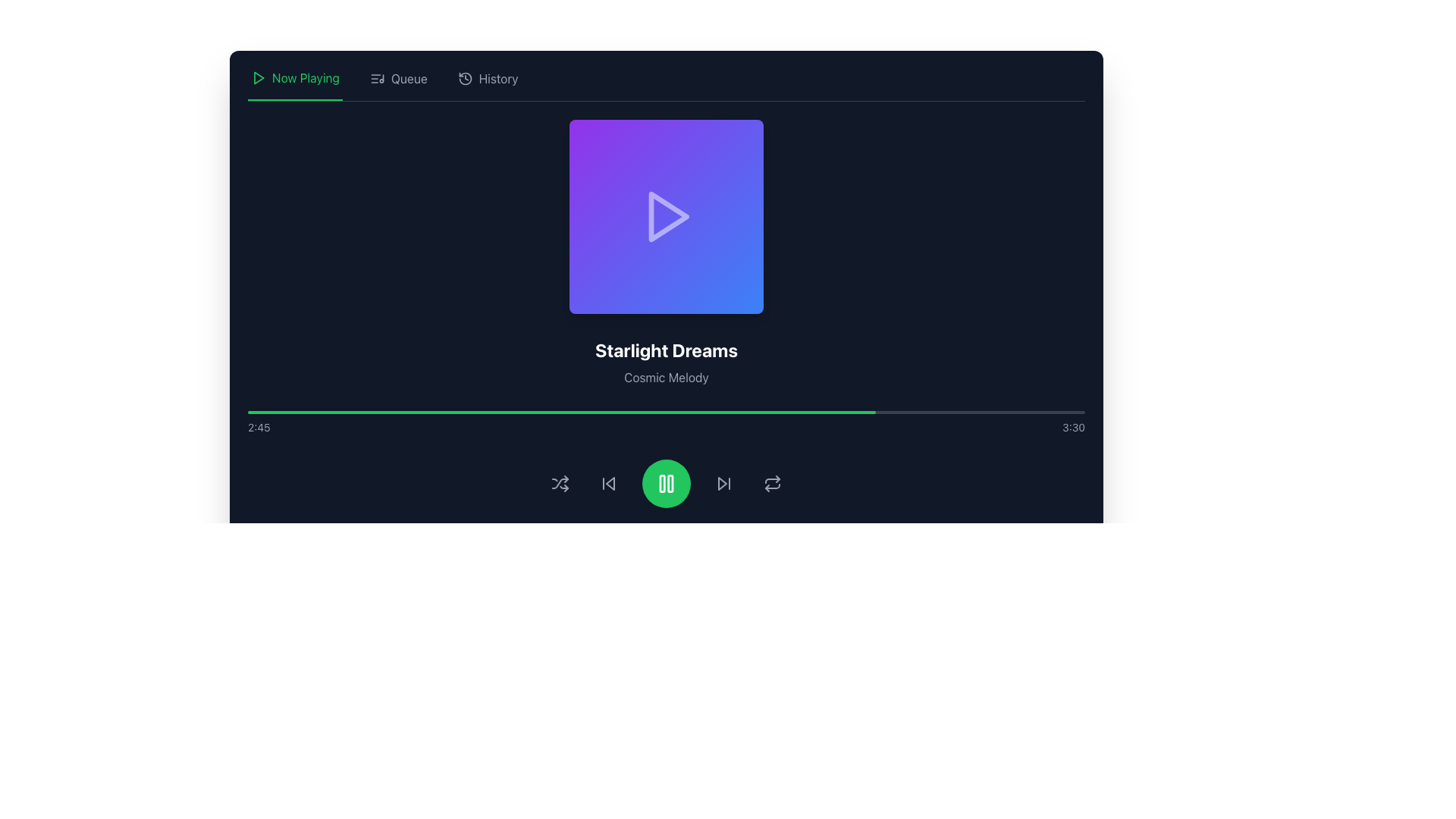 The width and height of the screenshot is (1456, 819). I want to click on the content of the Text Display showing '3:30', which is styled in gray on a dark background, positioned at the far right of the progress bar display area, so click(1073, 427).